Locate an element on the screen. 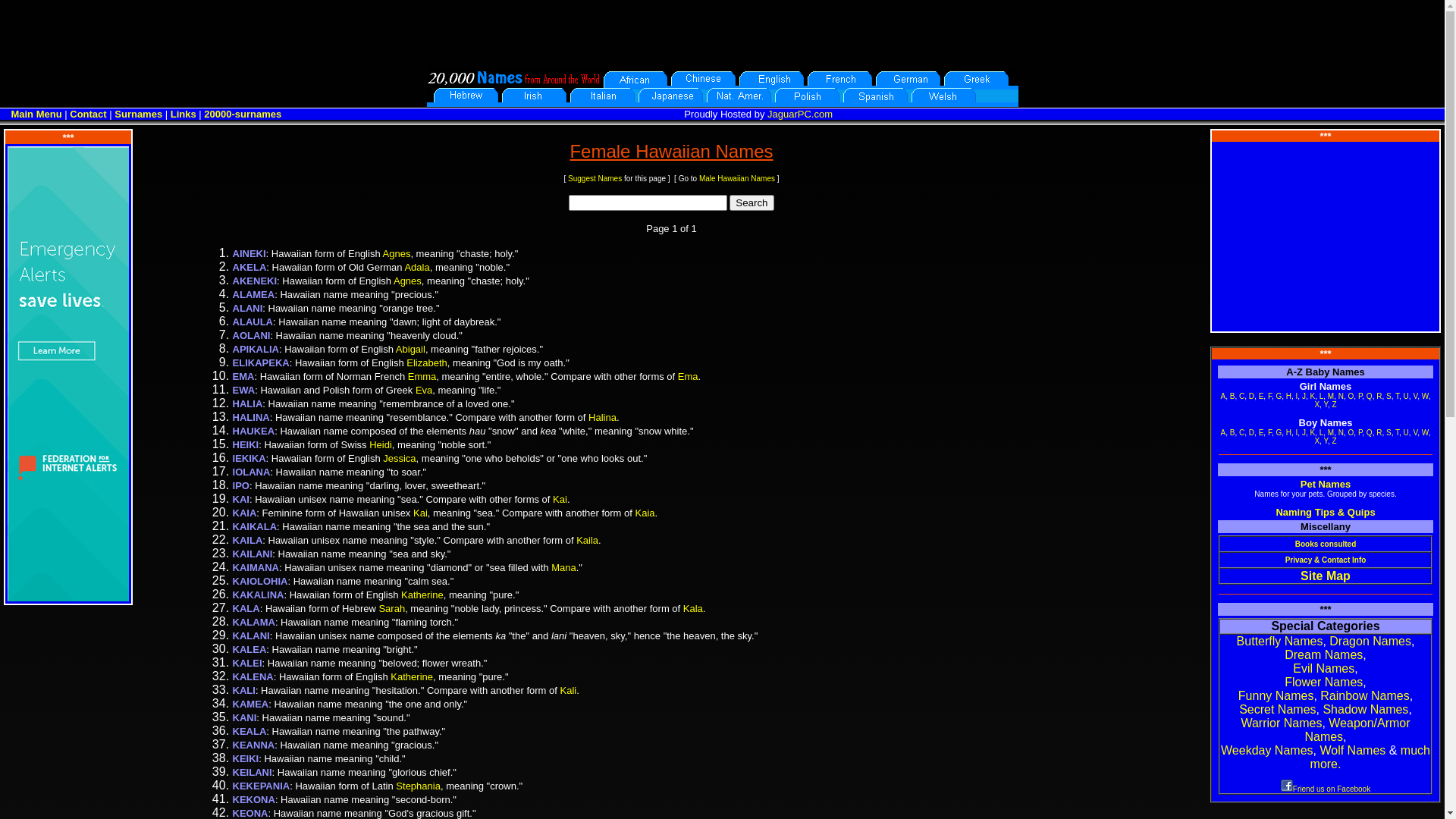 The image size is (1456, 819). 'W' is located at coordinates (1424, 395).